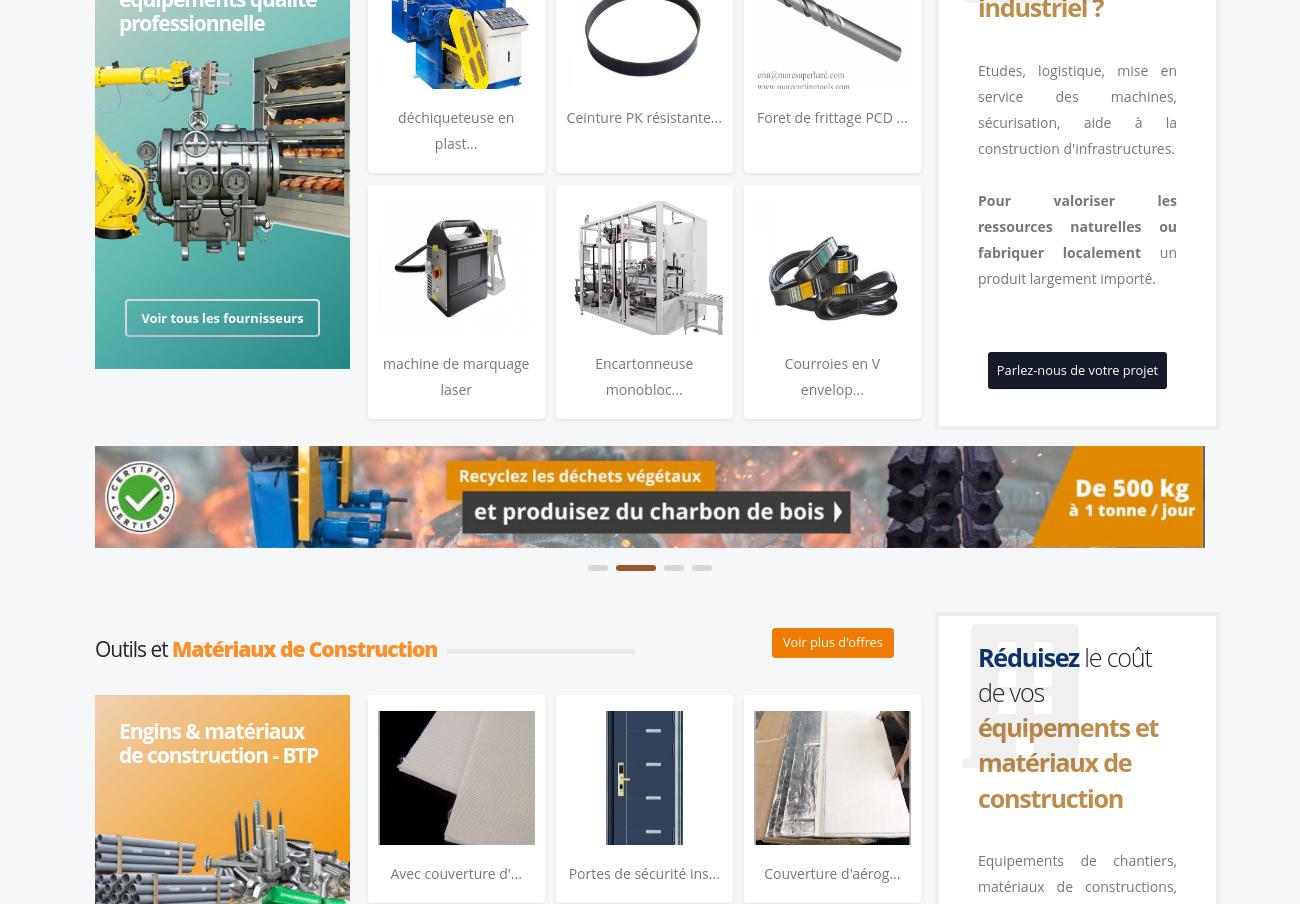  I want to click on 'déchiqueteuse en plast...', so click(455, 129).